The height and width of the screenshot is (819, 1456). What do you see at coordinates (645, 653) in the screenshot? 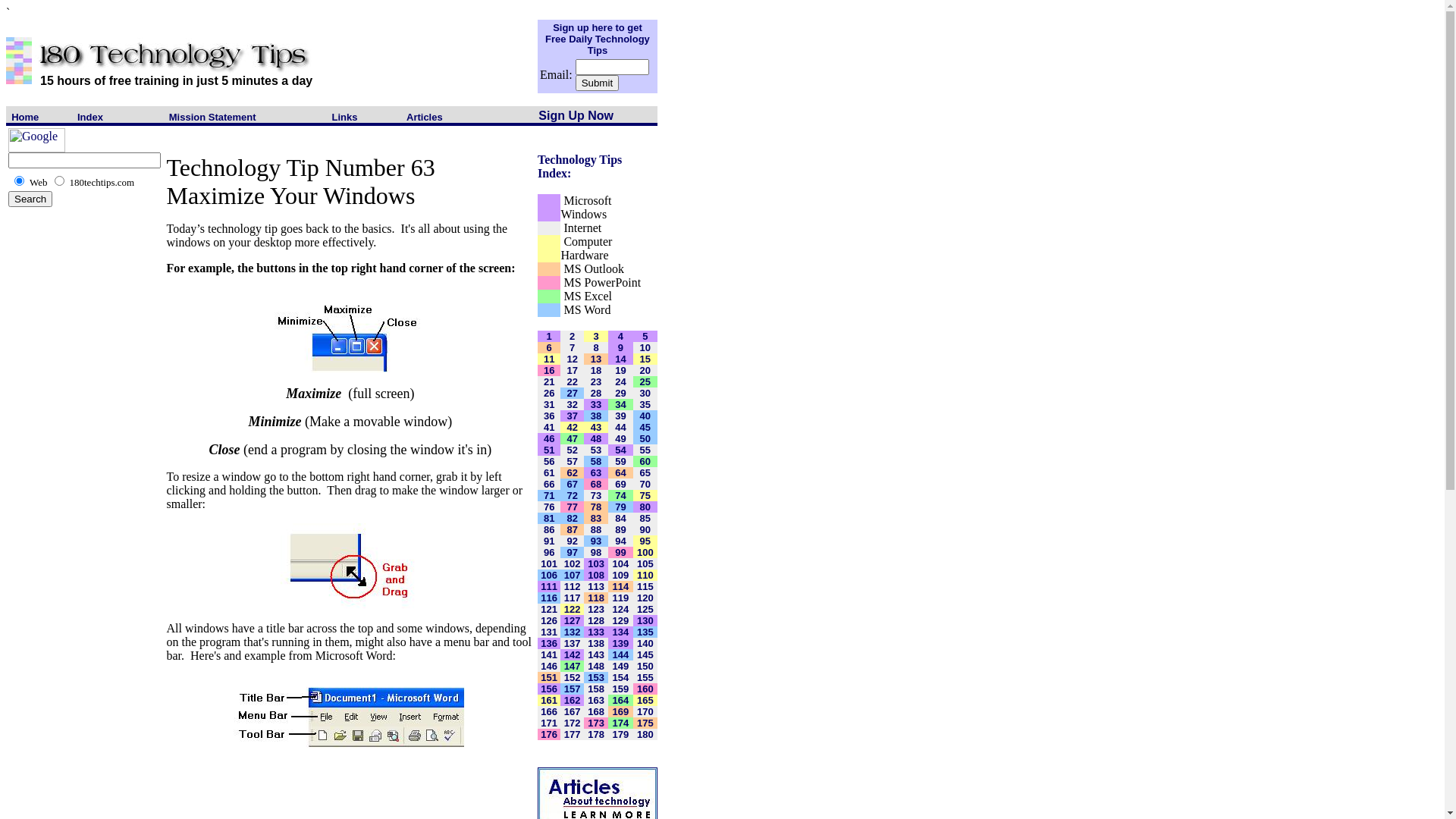
I see `'145'` at bounding box center [645, 653].